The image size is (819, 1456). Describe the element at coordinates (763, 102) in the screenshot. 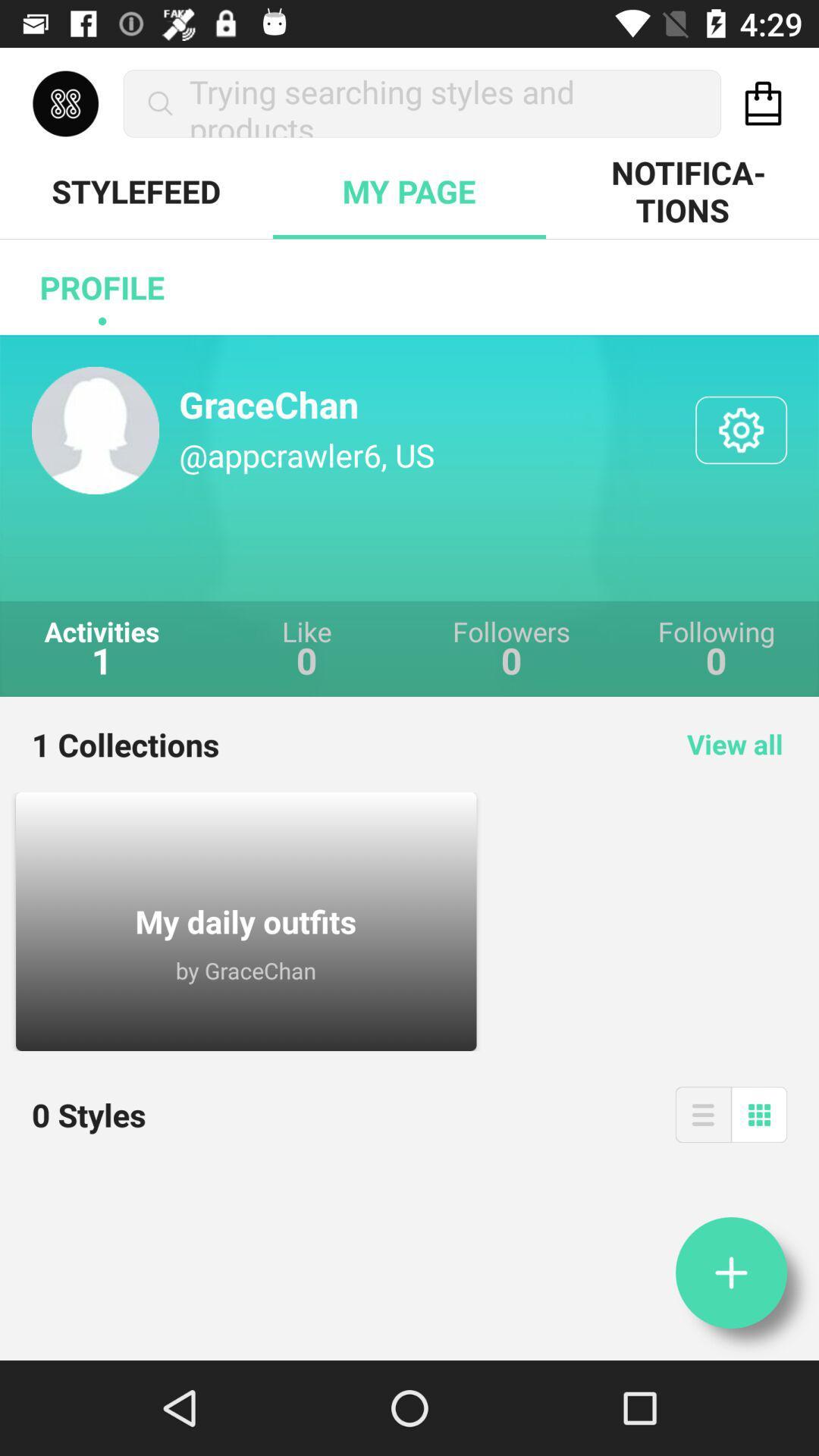

I see `icon to the right of the trying searching styles item` at that location.